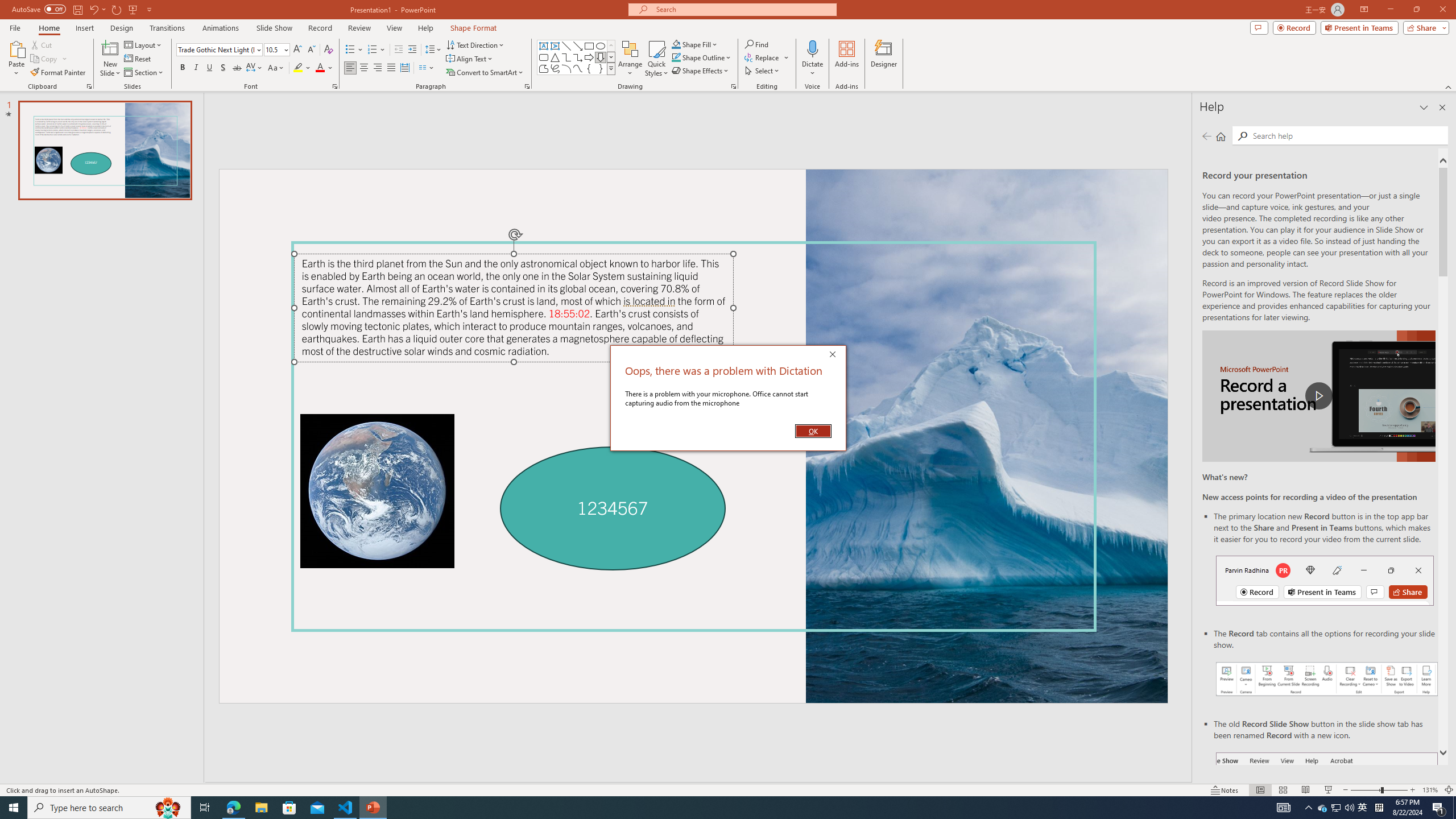  Describe the element at coordinates (676, 56) in the screenshot. I see `'Shape Outline Teal, Accent 1'` at that location.